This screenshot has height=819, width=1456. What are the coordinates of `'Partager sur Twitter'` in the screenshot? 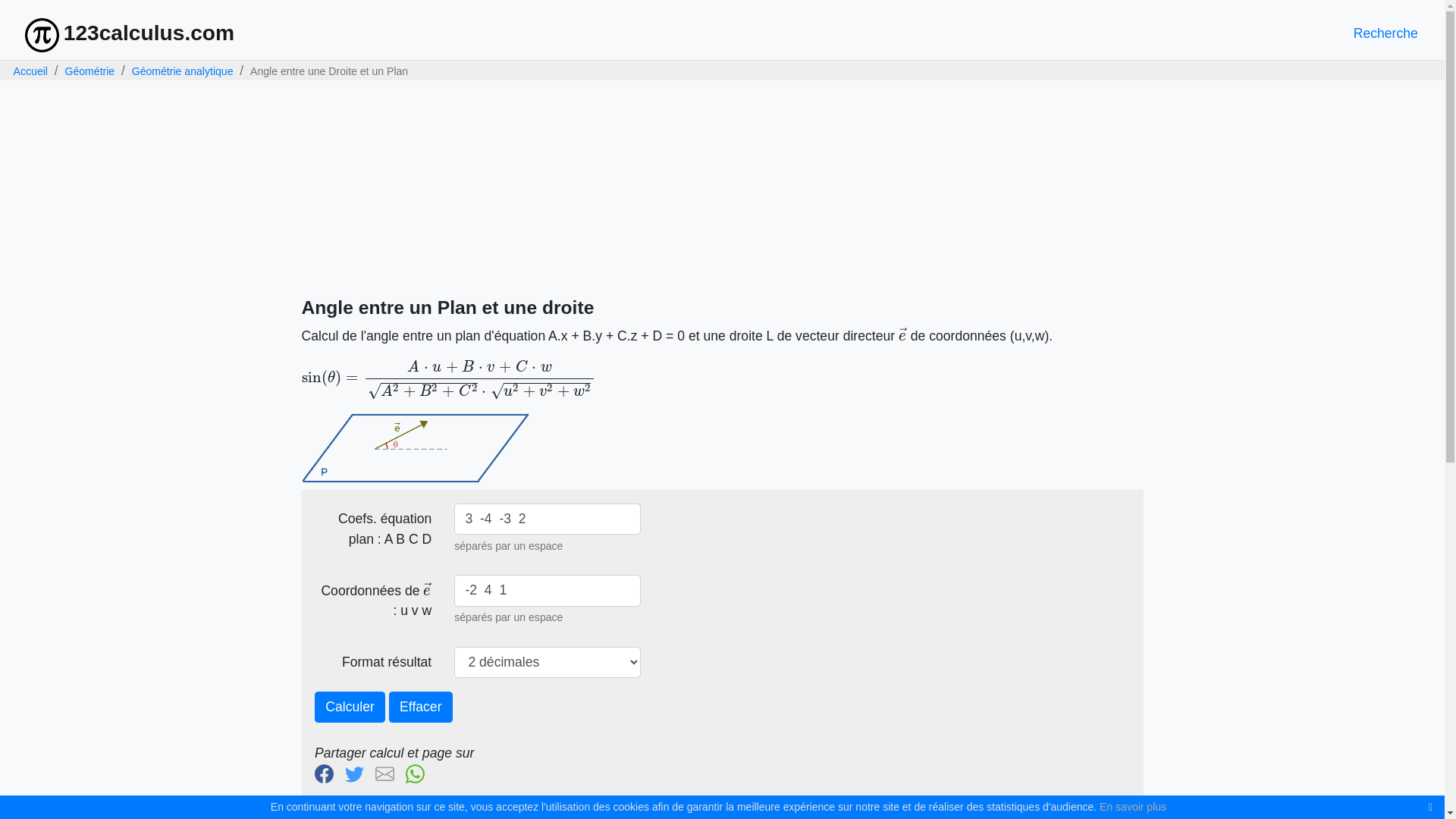 It's located at (357, 772).